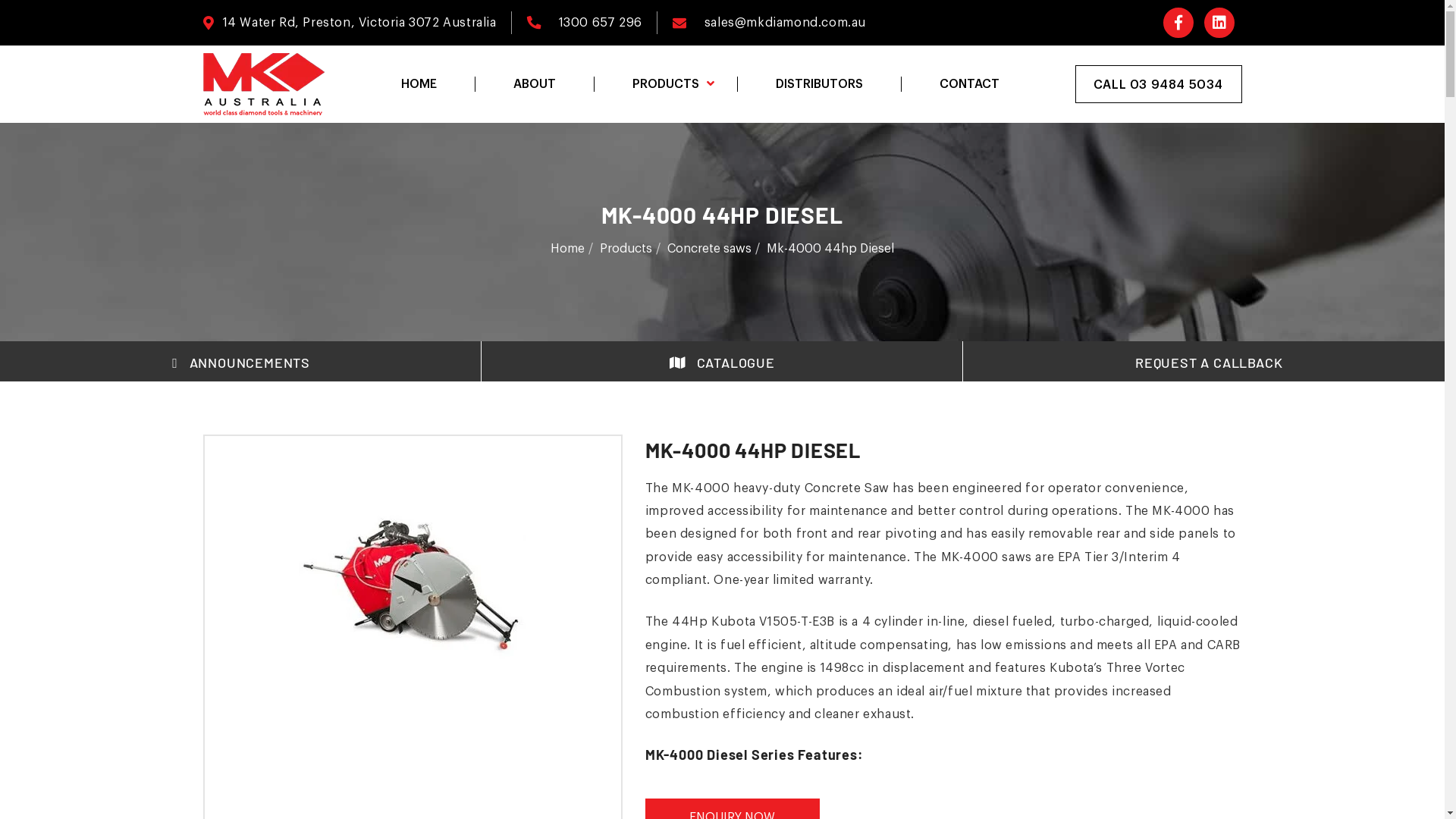  What do you see at coordinates (1157, 84) in the screenshot?
I see `'CALL 03 9484 5034'` at bounding box center [1157, 84].